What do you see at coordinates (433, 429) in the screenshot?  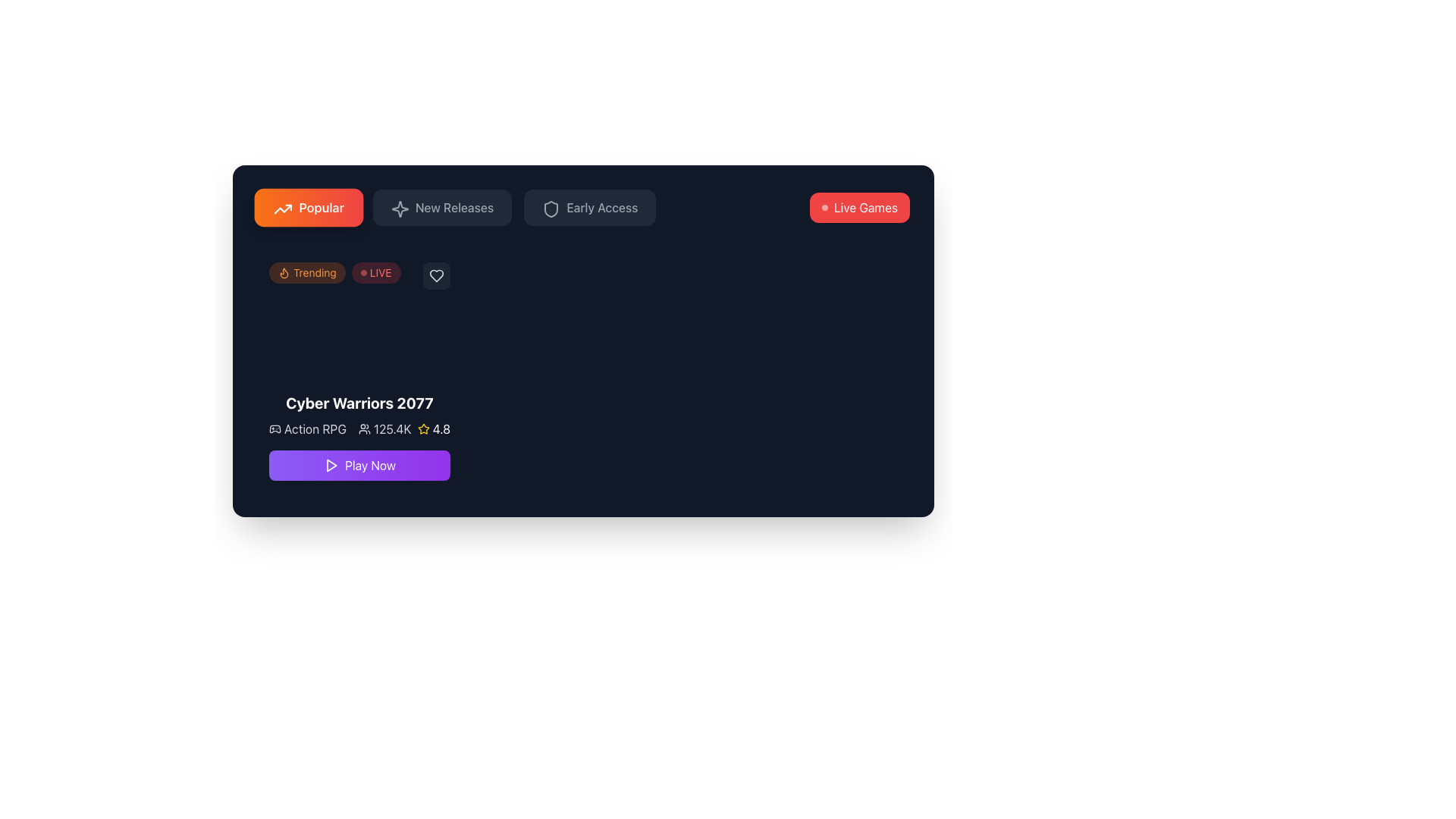 I see `the rating display element which consists of a yellow hollow star icon followed by the text '4.8' to inspect rating details` at bounding box center [433, 429].